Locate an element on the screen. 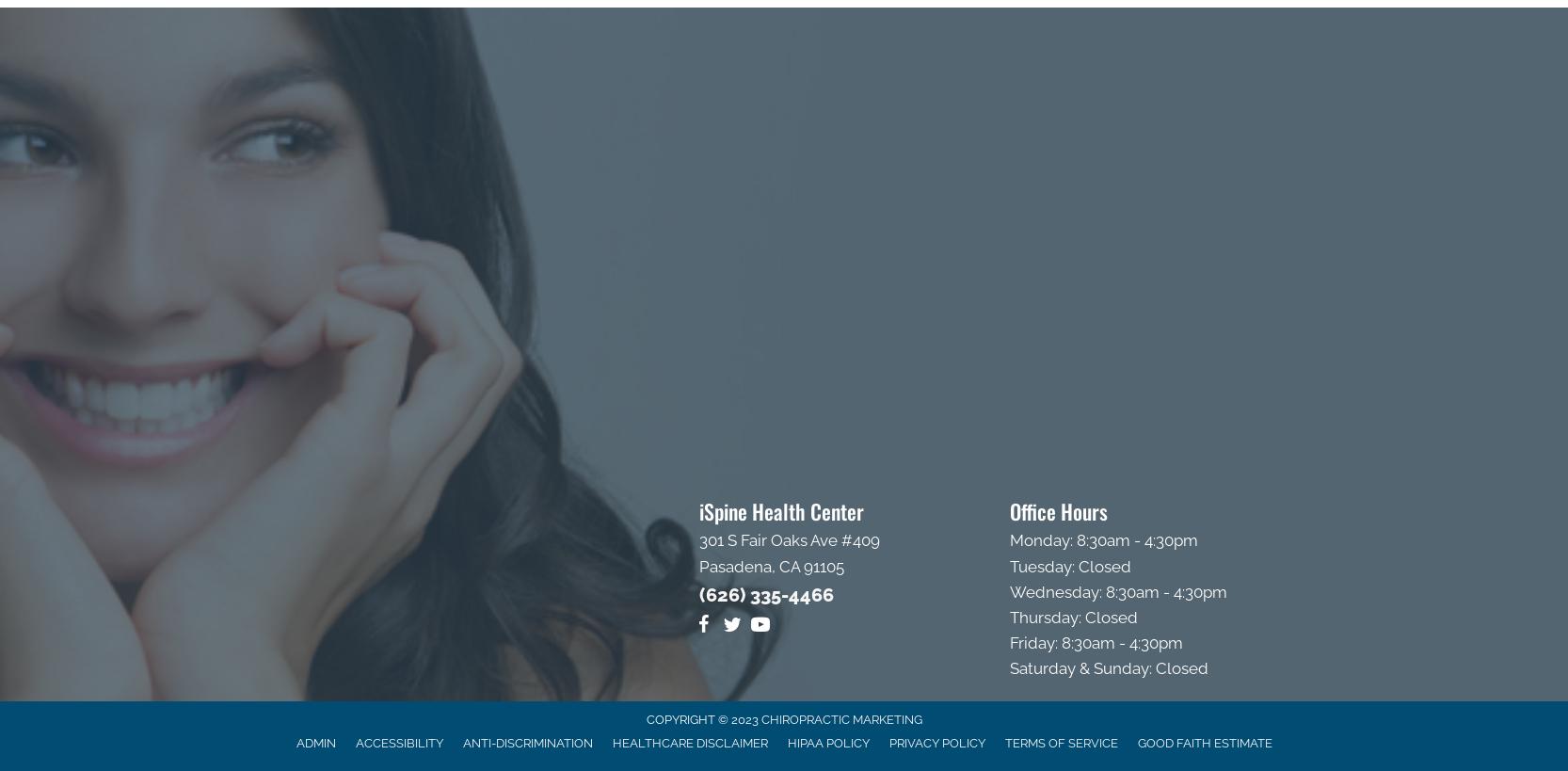 This screenshot has height=771, width=1568. 'COPYRIGHT © 2023' is located at coordinates (645, 718).